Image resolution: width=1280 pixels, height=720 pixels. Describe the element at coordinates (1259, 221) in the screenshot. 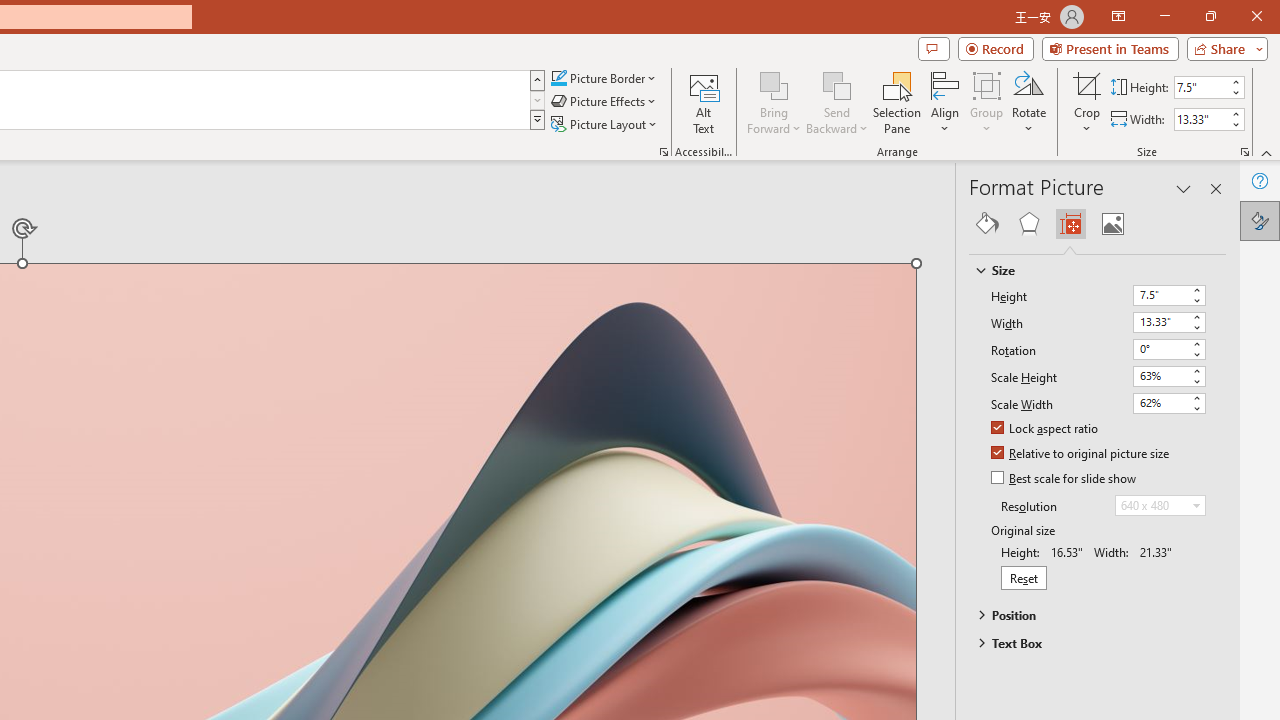

I see `'Format Picture'` at that location.